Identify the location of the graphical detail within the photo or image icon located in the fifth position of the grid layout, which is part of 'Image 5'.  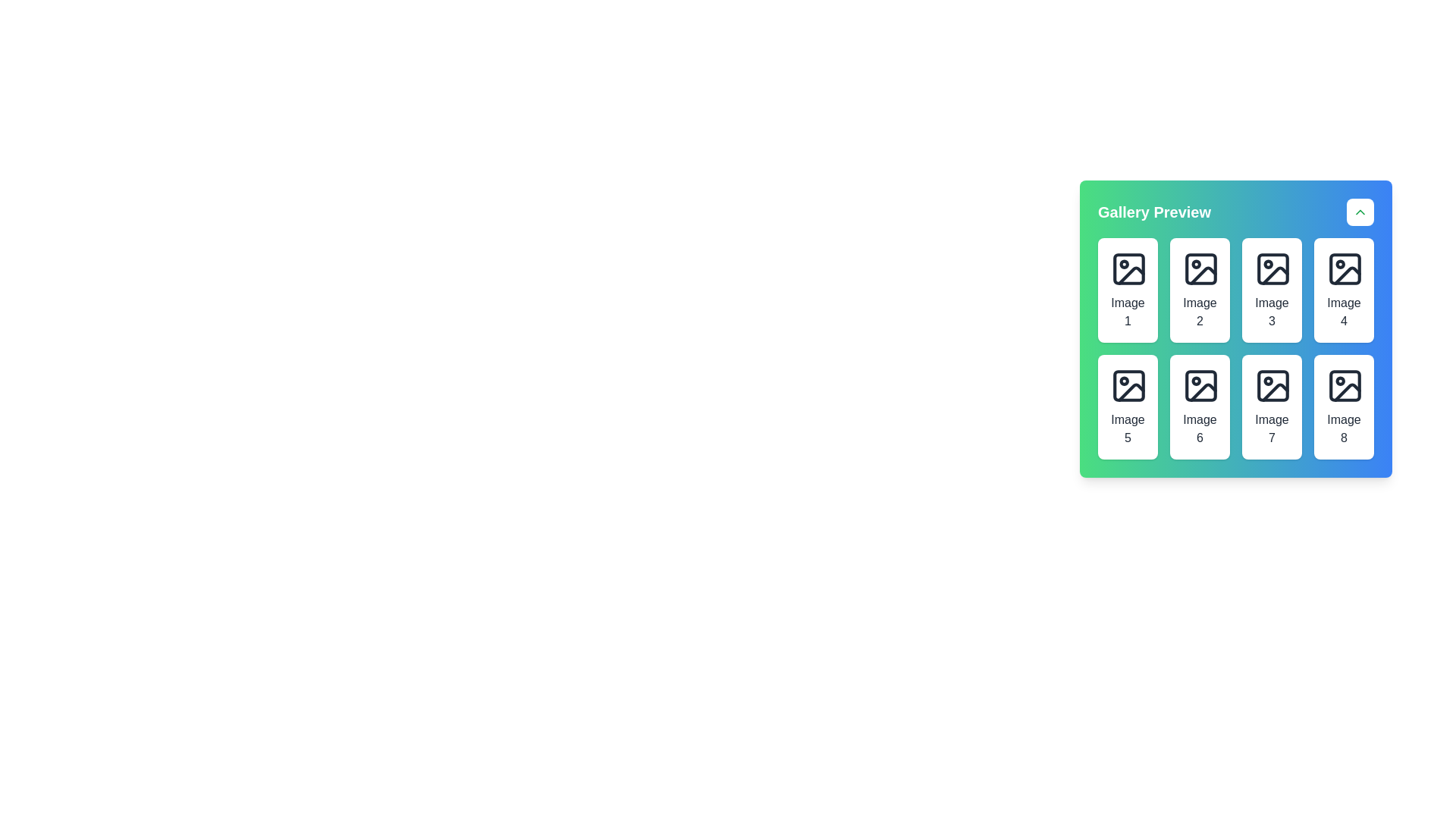
(1128, 385).